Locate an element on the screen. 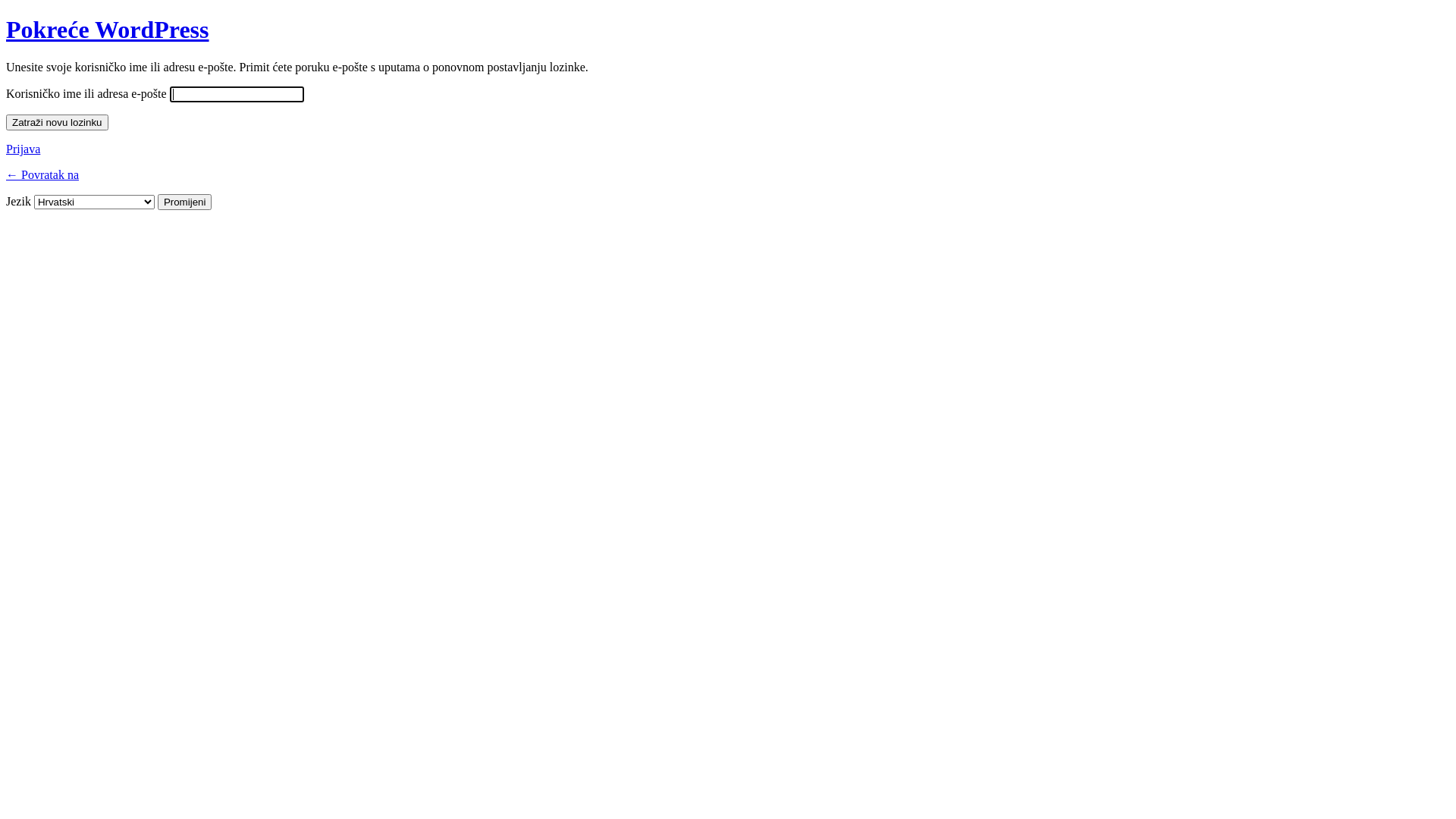 Image resolution: width=1456 pixels, height=819 pixels. 'Prijava' is located at coordinates (6, 149).